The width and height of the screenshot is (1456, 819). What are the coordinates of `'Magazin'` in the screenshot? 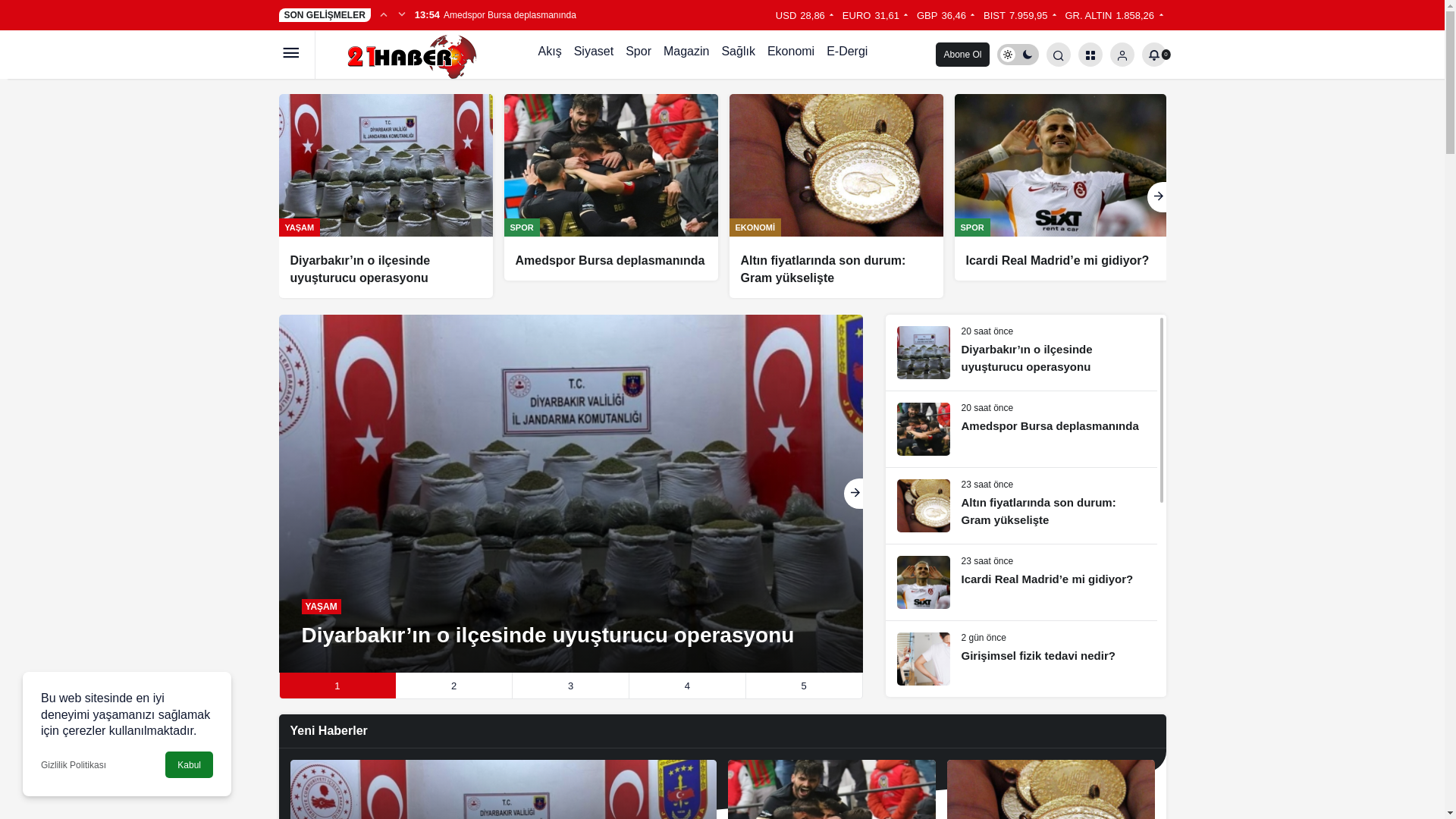 It's located at (686, 54).